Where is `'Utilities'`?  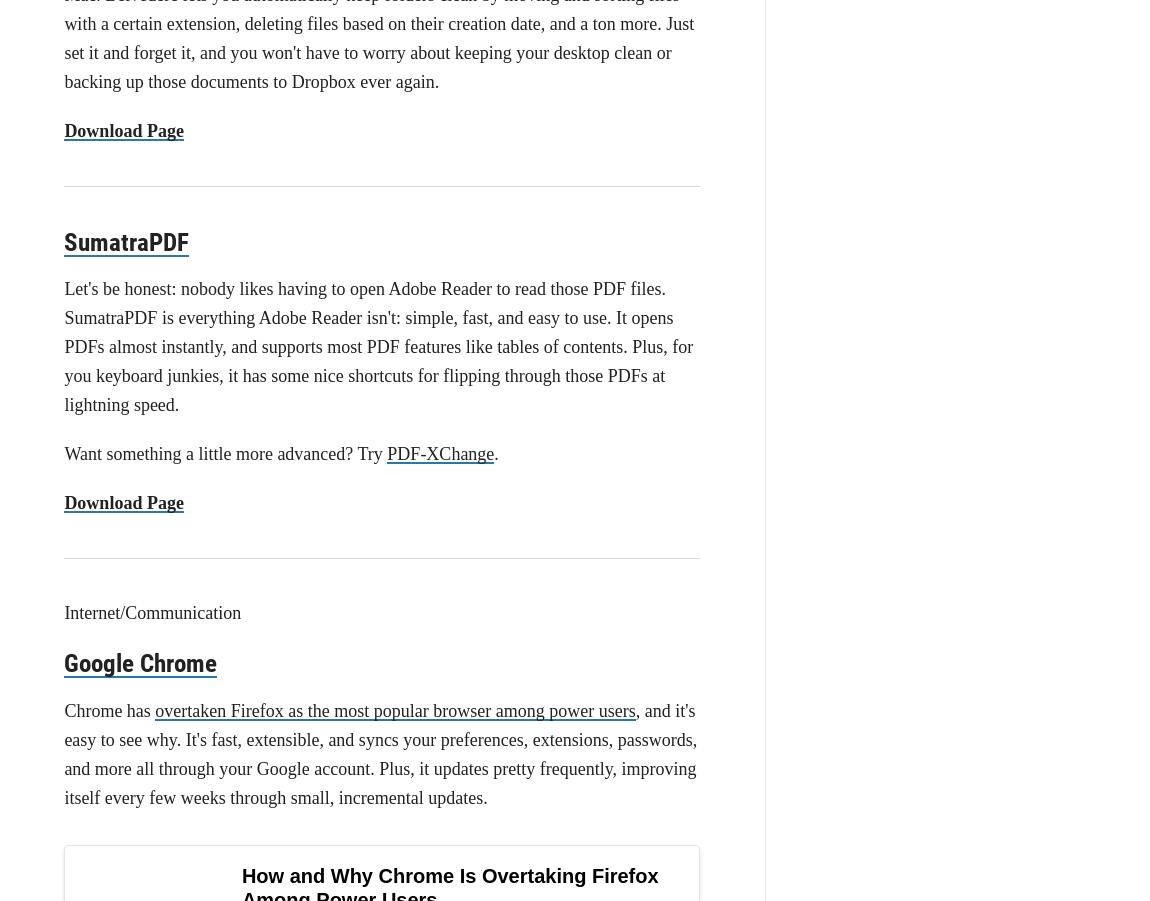
'Utilities' is located at coordinates (63, 91).